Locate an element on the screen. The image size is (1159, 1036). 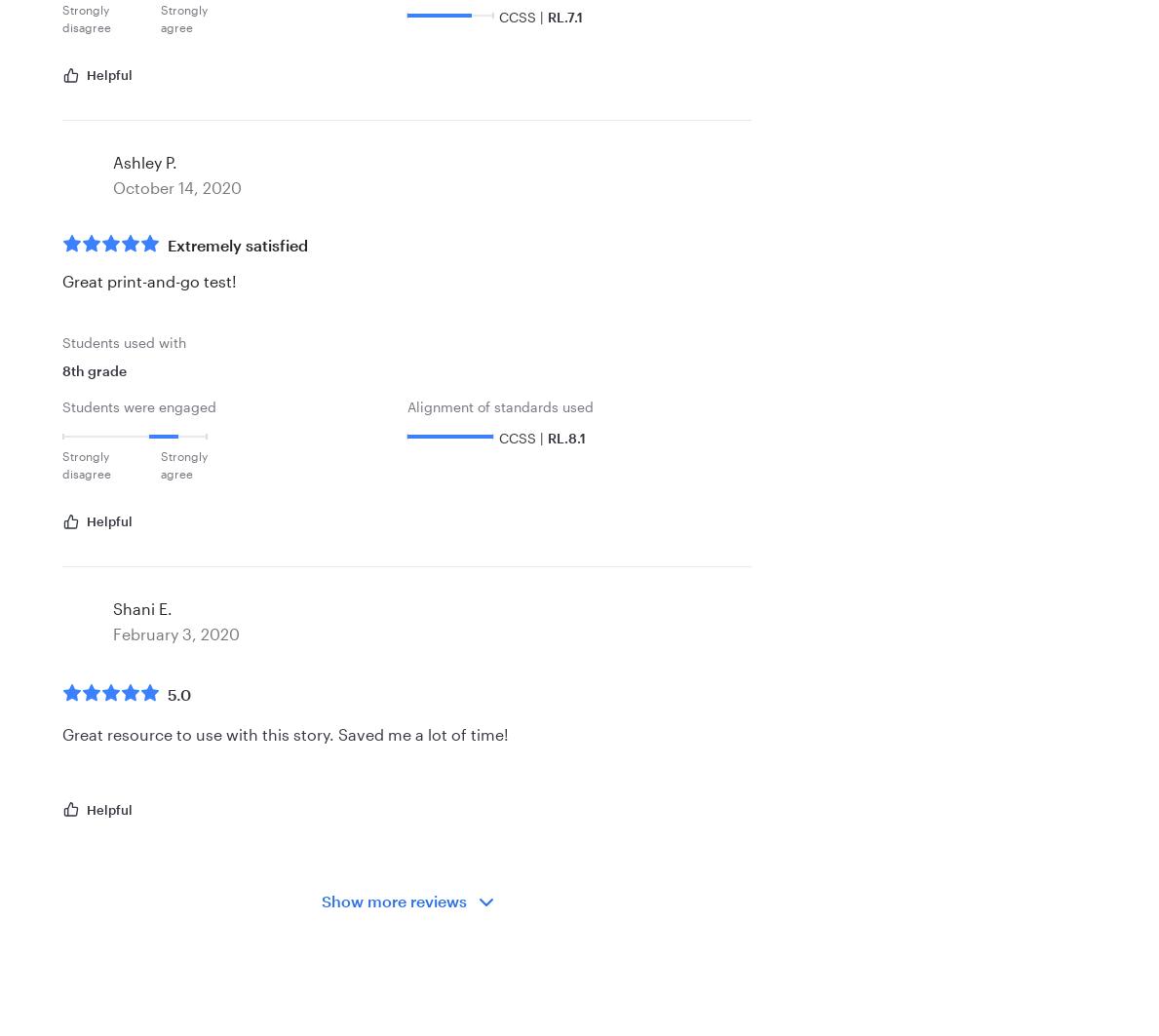
'5.0' is located at coordinates (168, 693).